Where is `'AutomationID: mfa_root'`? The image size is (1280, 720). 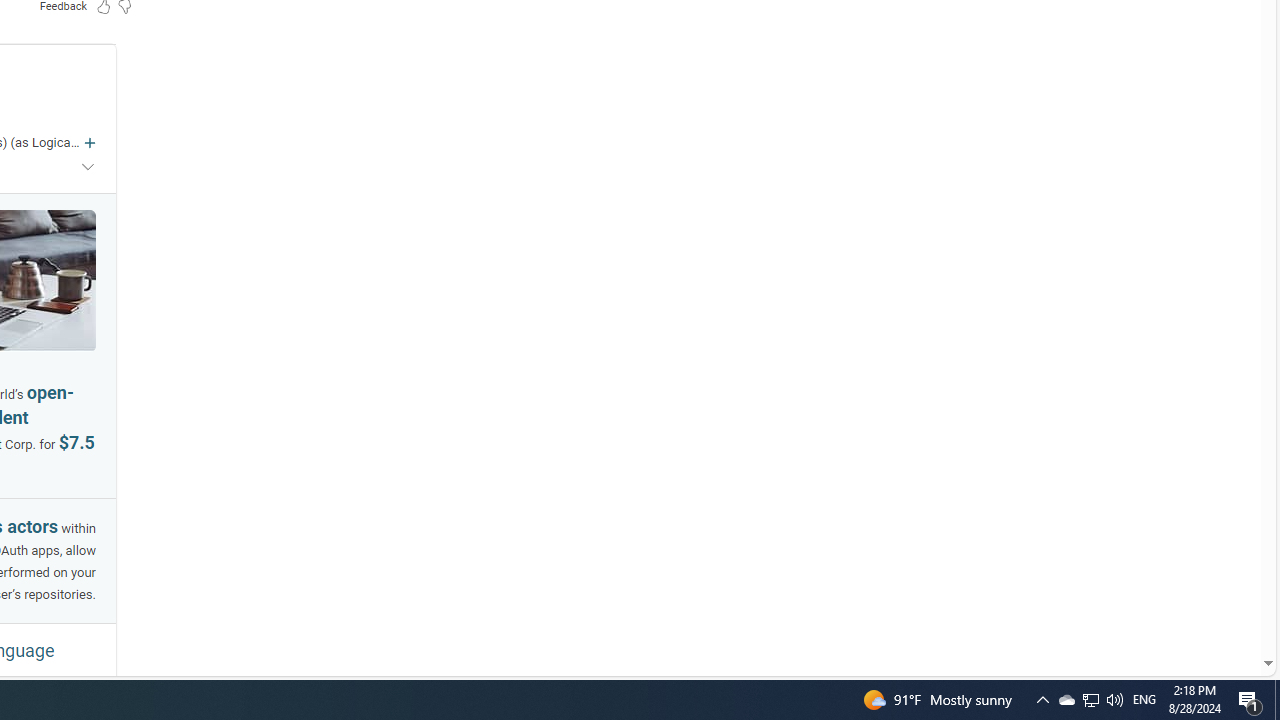
'AutomationID: mfa_root' is located at coordinates (1192, 602).